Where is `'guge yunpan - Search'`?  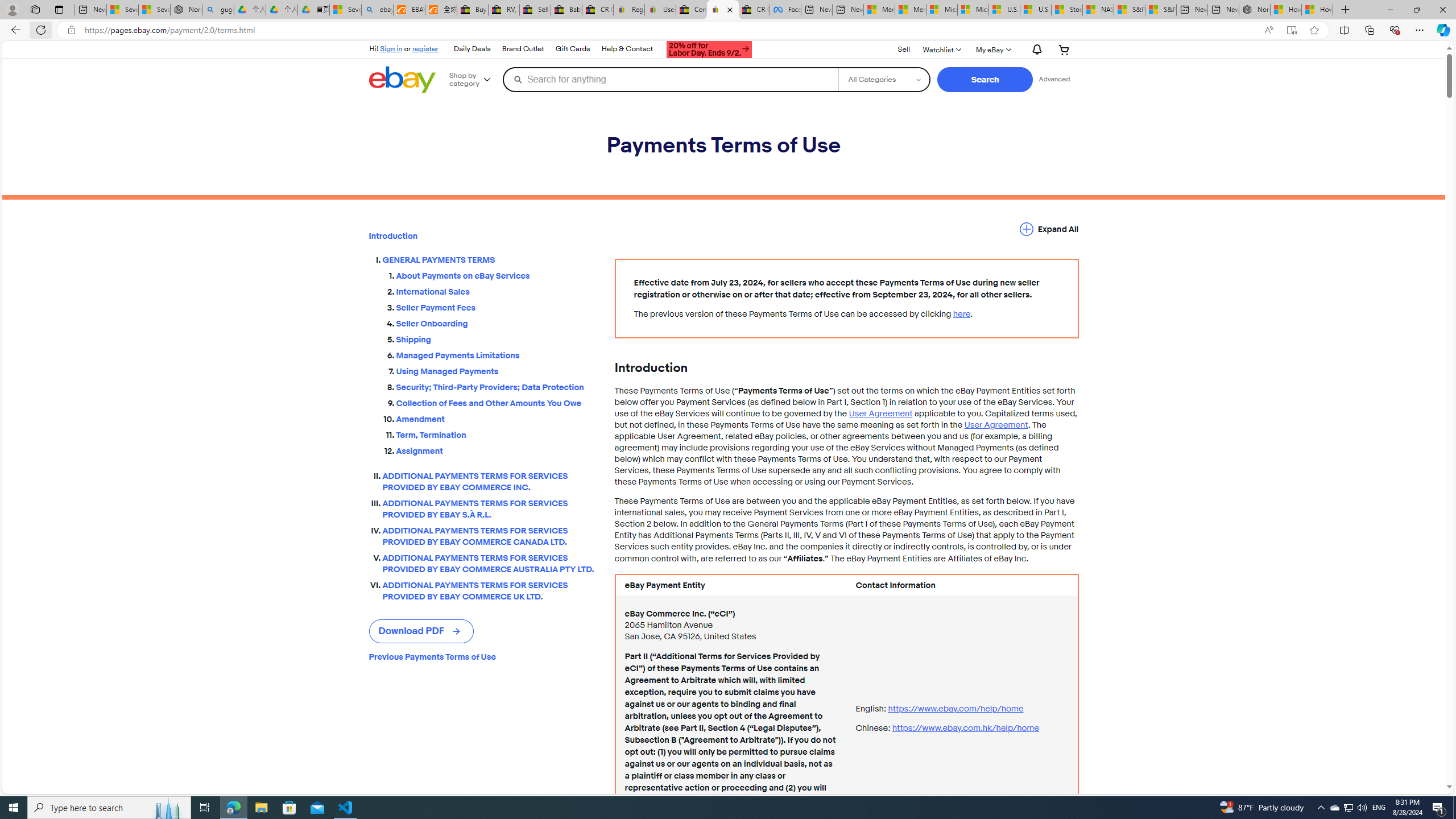 'guge yunpan - Search' is located at coordinates (218, 9).